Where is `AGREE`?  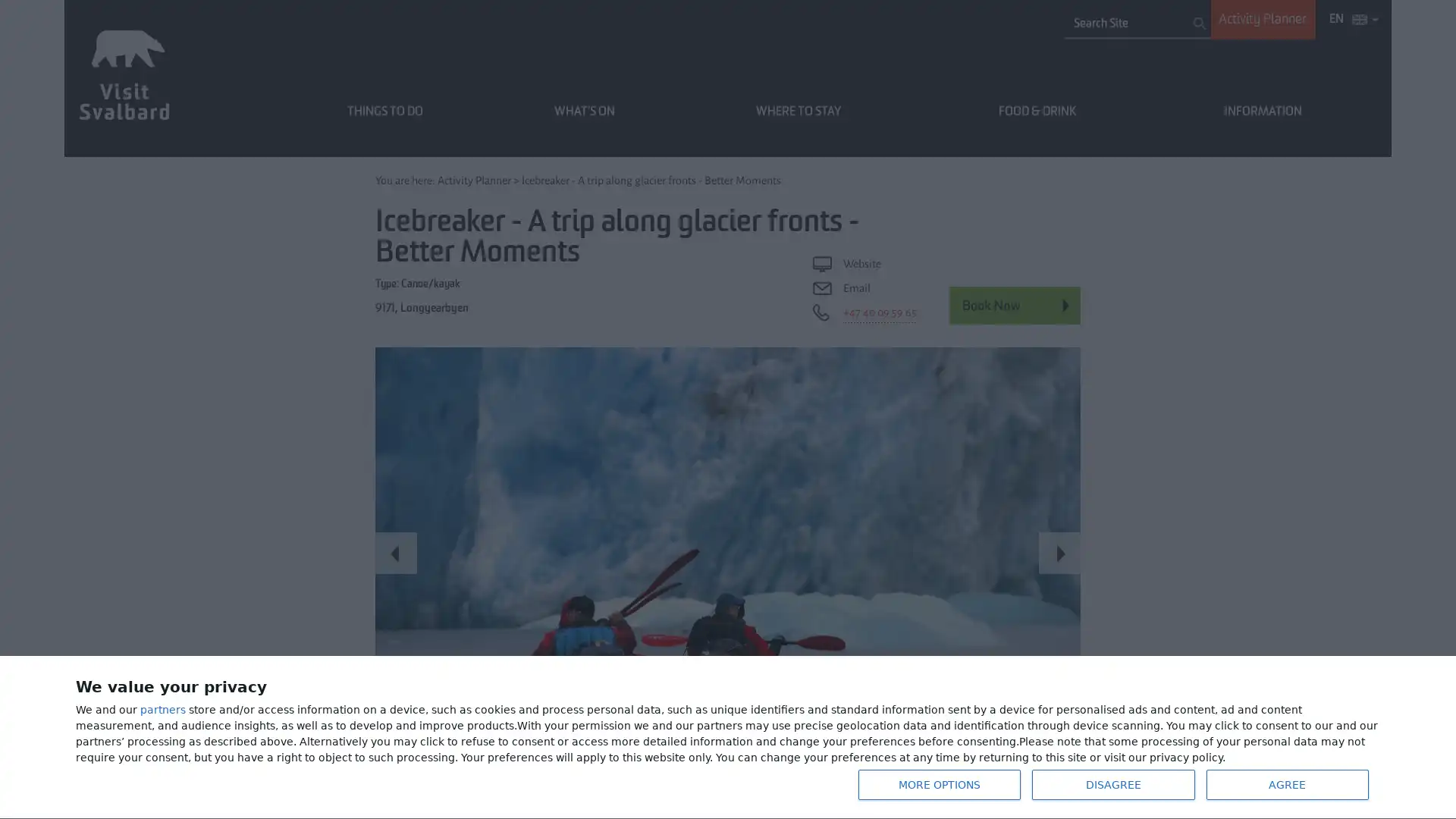
AGREE is located at coordinates (1286, 784).